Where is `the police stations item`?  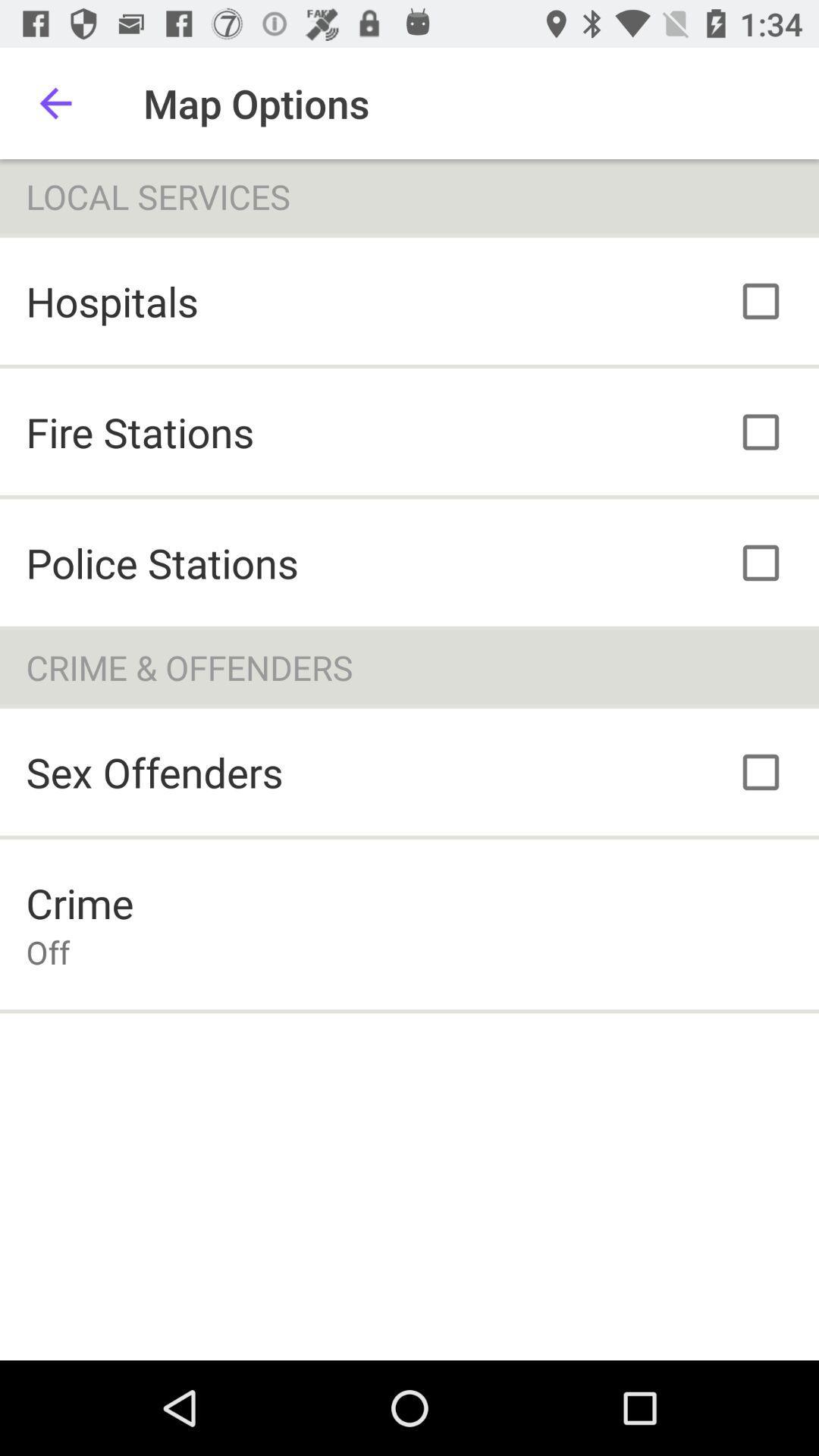
the police stations item is located at coordinates (162, 562).